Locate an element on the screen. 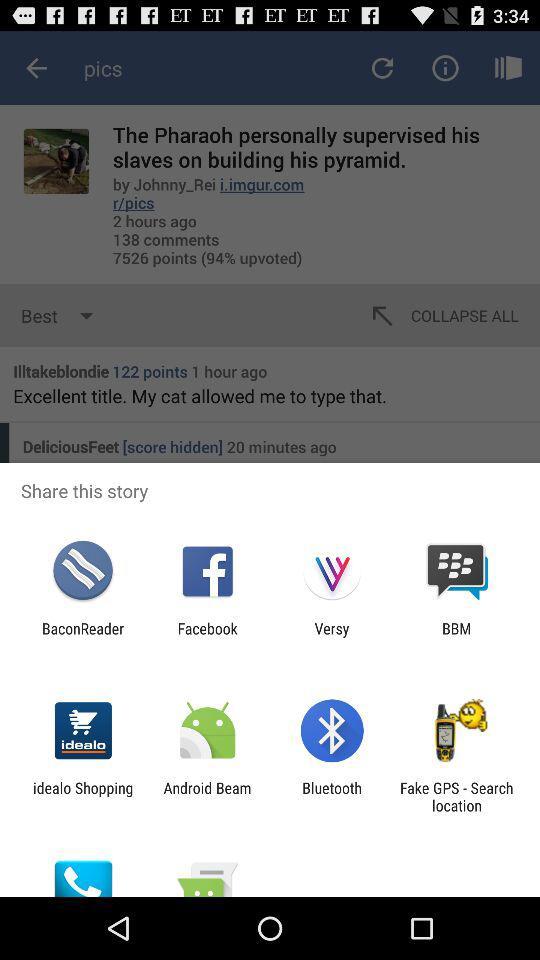  the icon to the left of the bluetooth is located at coordinates (206, 796).